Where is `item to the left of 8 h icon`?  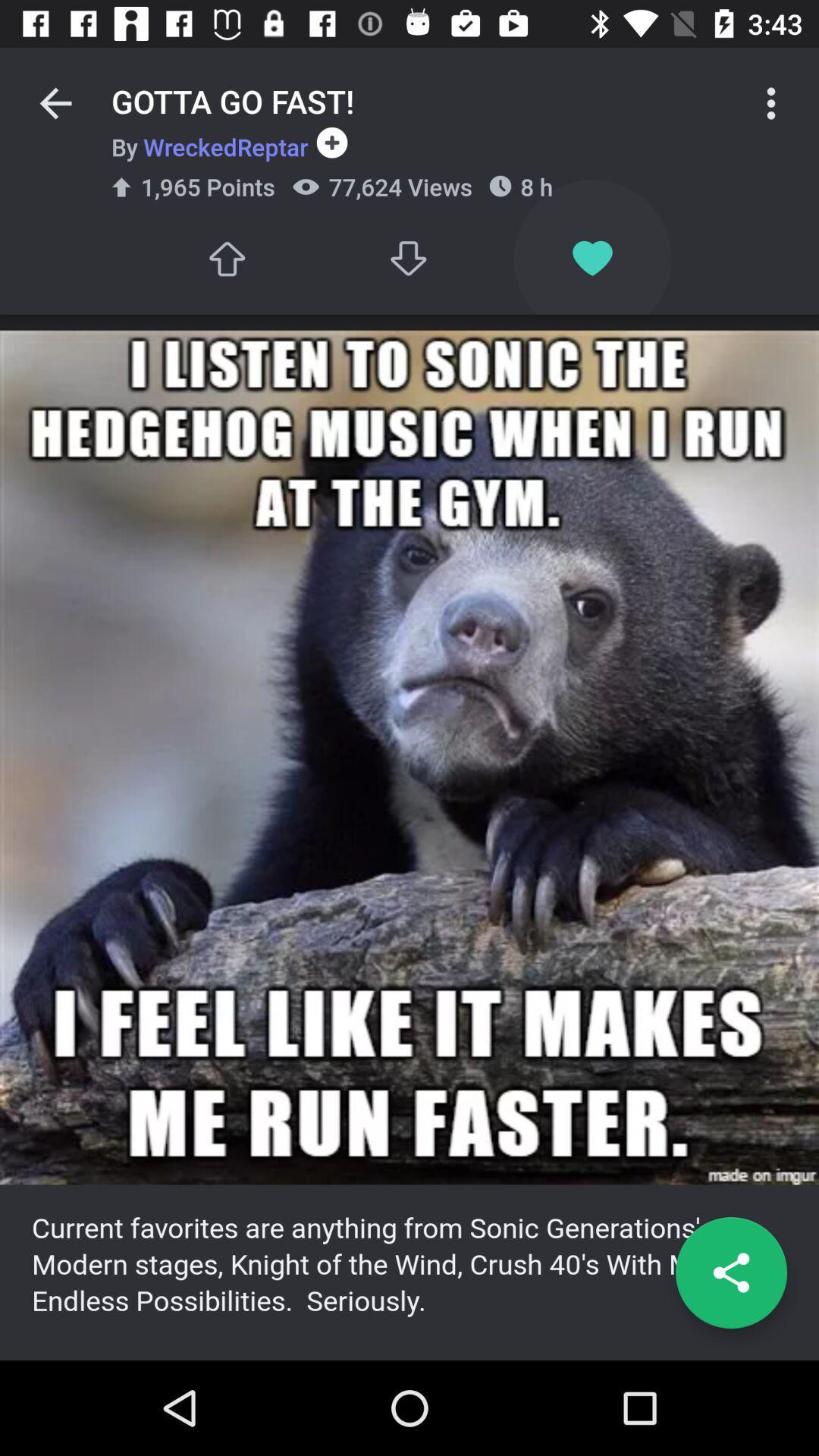
item to the left of 8 h icon is located at coordinates (409, 259).